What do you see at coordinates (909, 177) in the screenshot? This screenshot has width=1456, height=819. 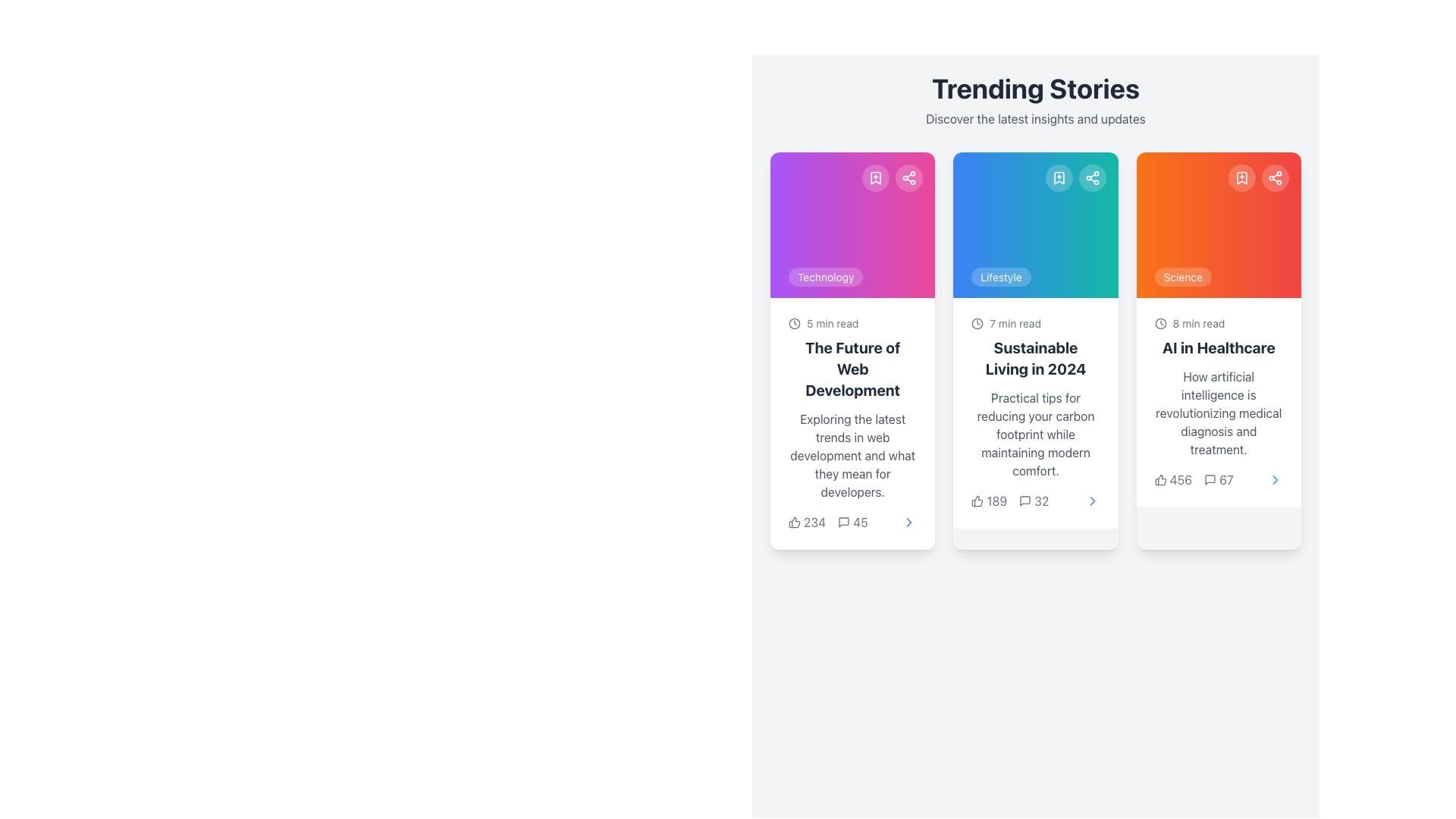 I see `the share button icon located in the top-right corner of the first card in the 'Trending Stories' section, which features a gradient background and the label 'Technology'` at bounding box center [909, 177].